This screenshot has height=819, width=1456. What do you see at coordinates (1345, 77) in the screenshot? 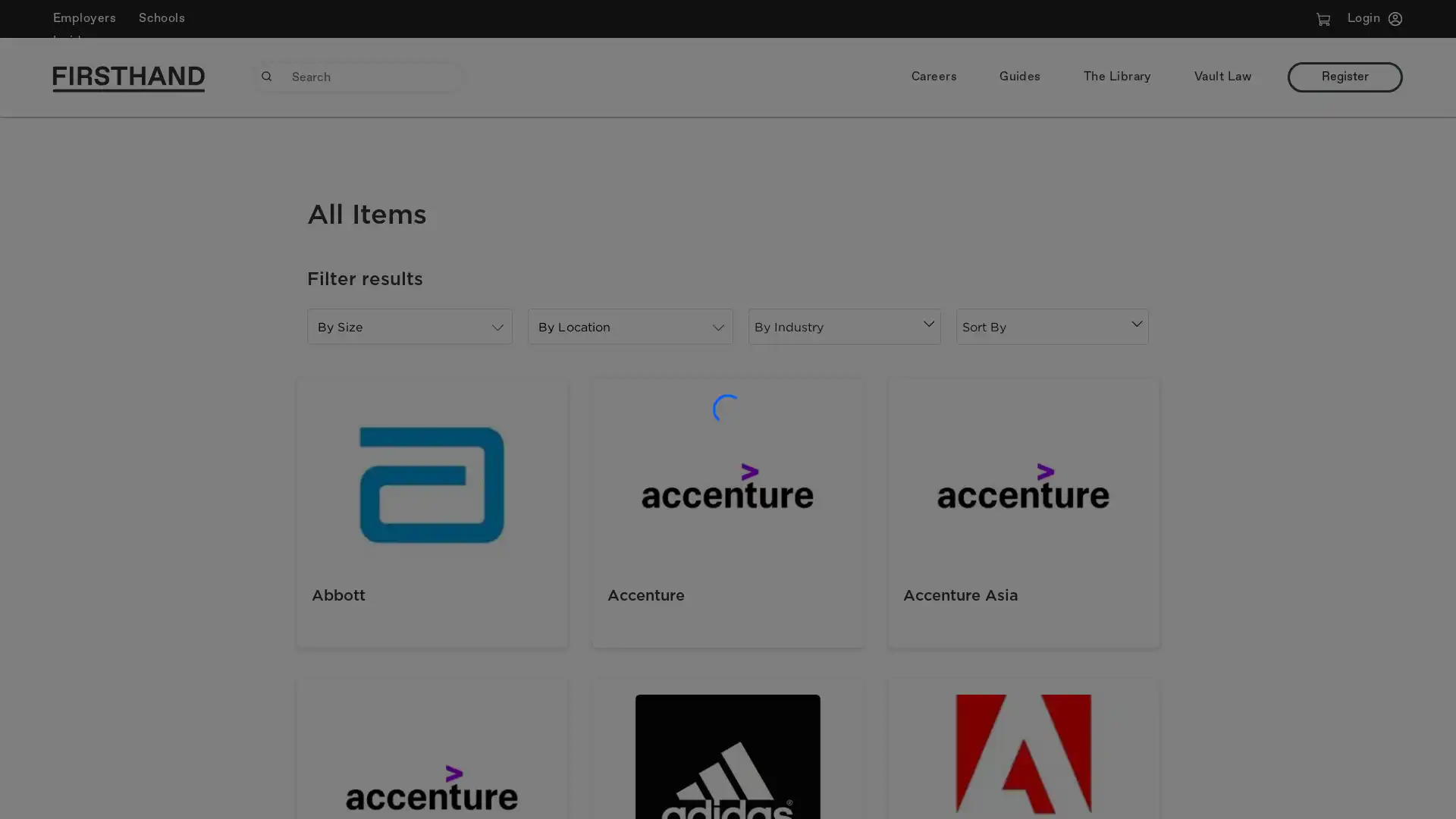
I see `Register` at bounding box center [1345, 77].